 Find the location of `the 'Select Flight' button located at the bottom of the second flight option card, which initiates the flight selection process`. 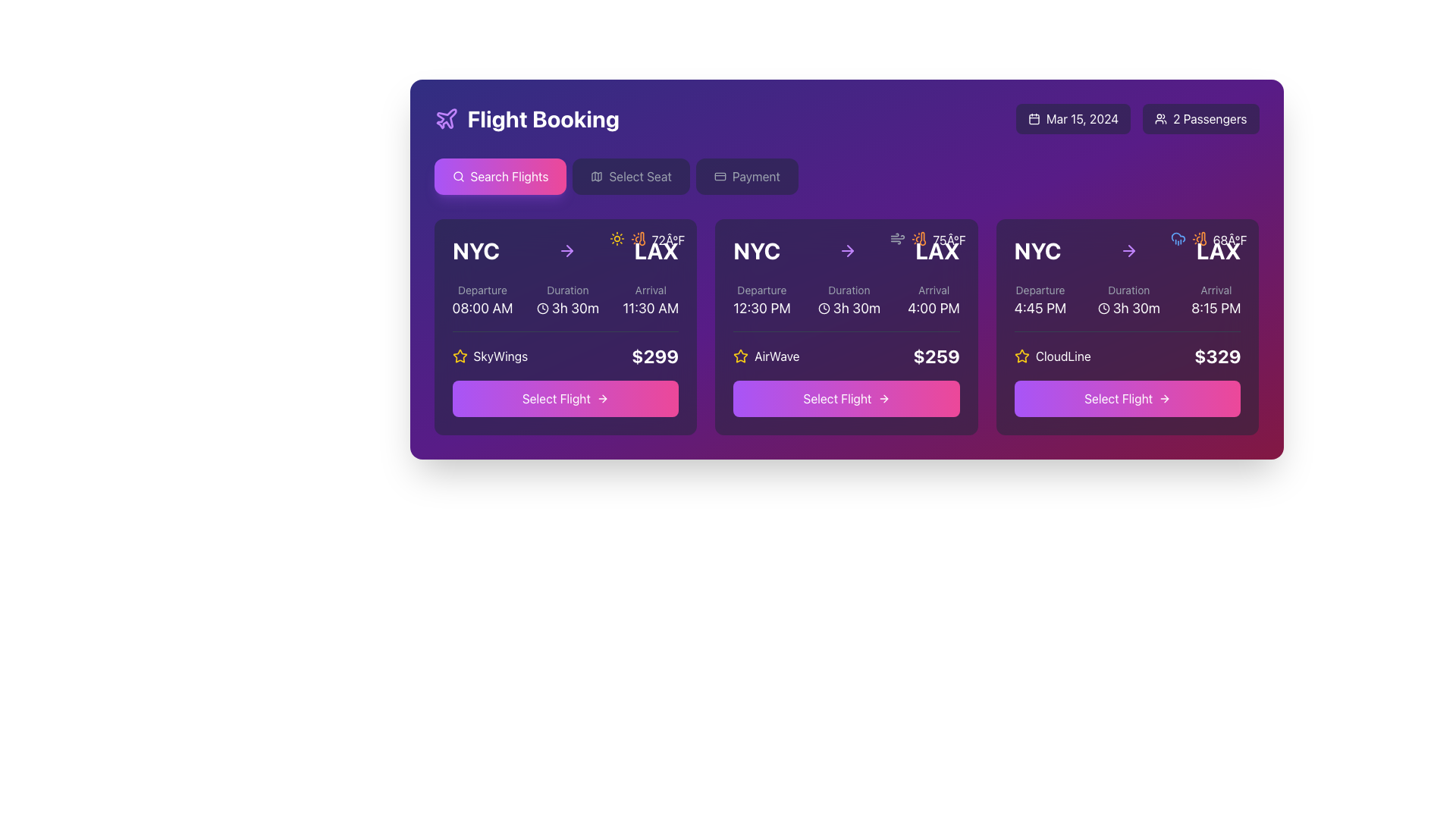

the 'Select Flight' button located at the bottom of the second flight option card, which initiates the flight selection process is located at coordinates (846, 397).